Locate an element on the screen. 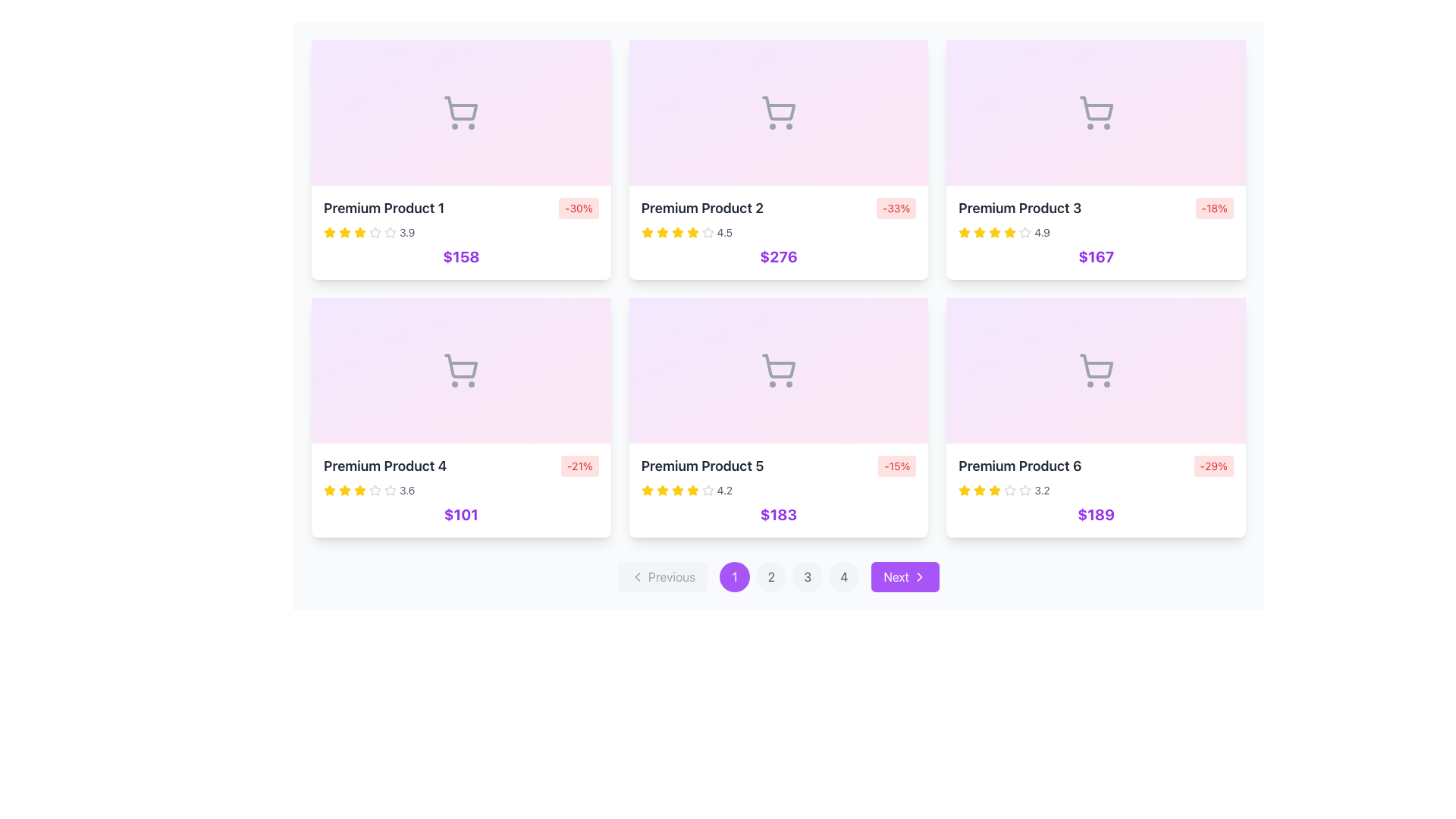 The width and height of the screenshot is (1456, 819). the unfilled gray star icon, which is the second unfilled star in the rating display located below 'Premium Product 6' and above the price of '$189' on the bottom-right card in the grid is located at coordinates (1025, 491).